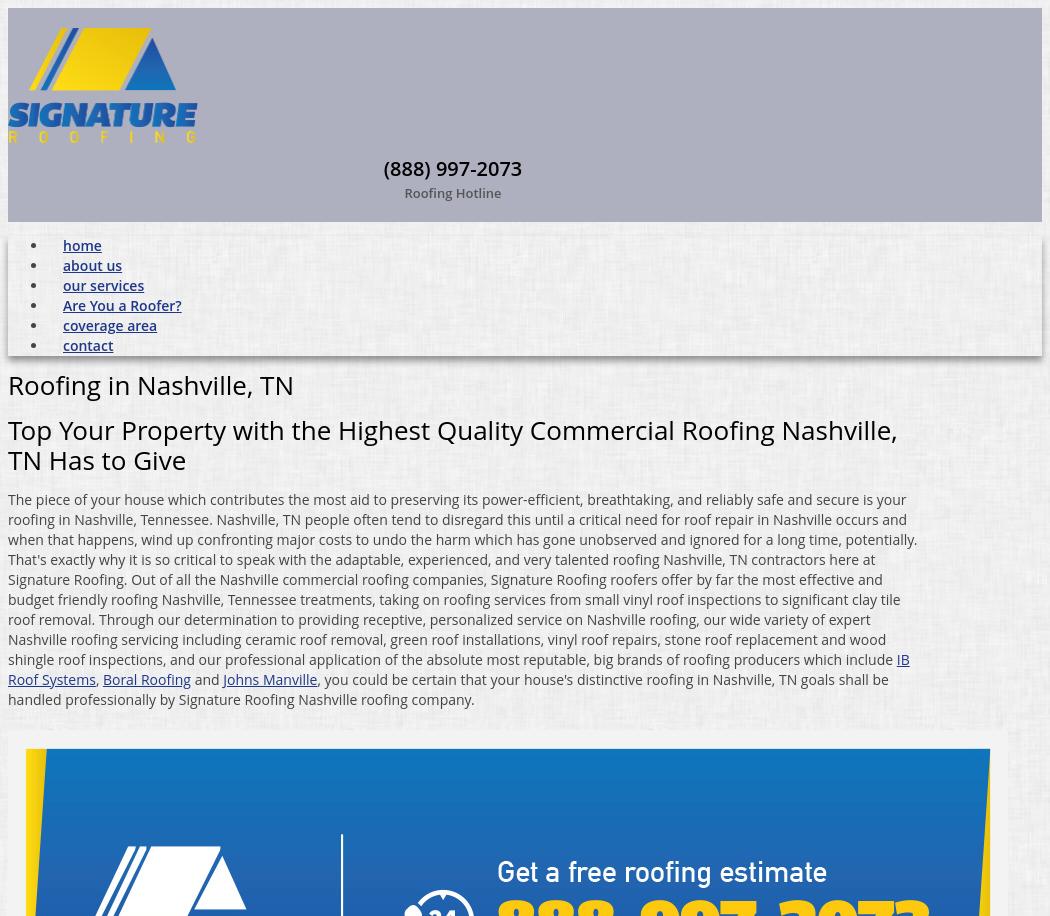 This screenshot has width=1050, height=916. What do you see at coordinates (205, 677) in the screenshot?
I see `'and'` at bounding box center [205, 677].